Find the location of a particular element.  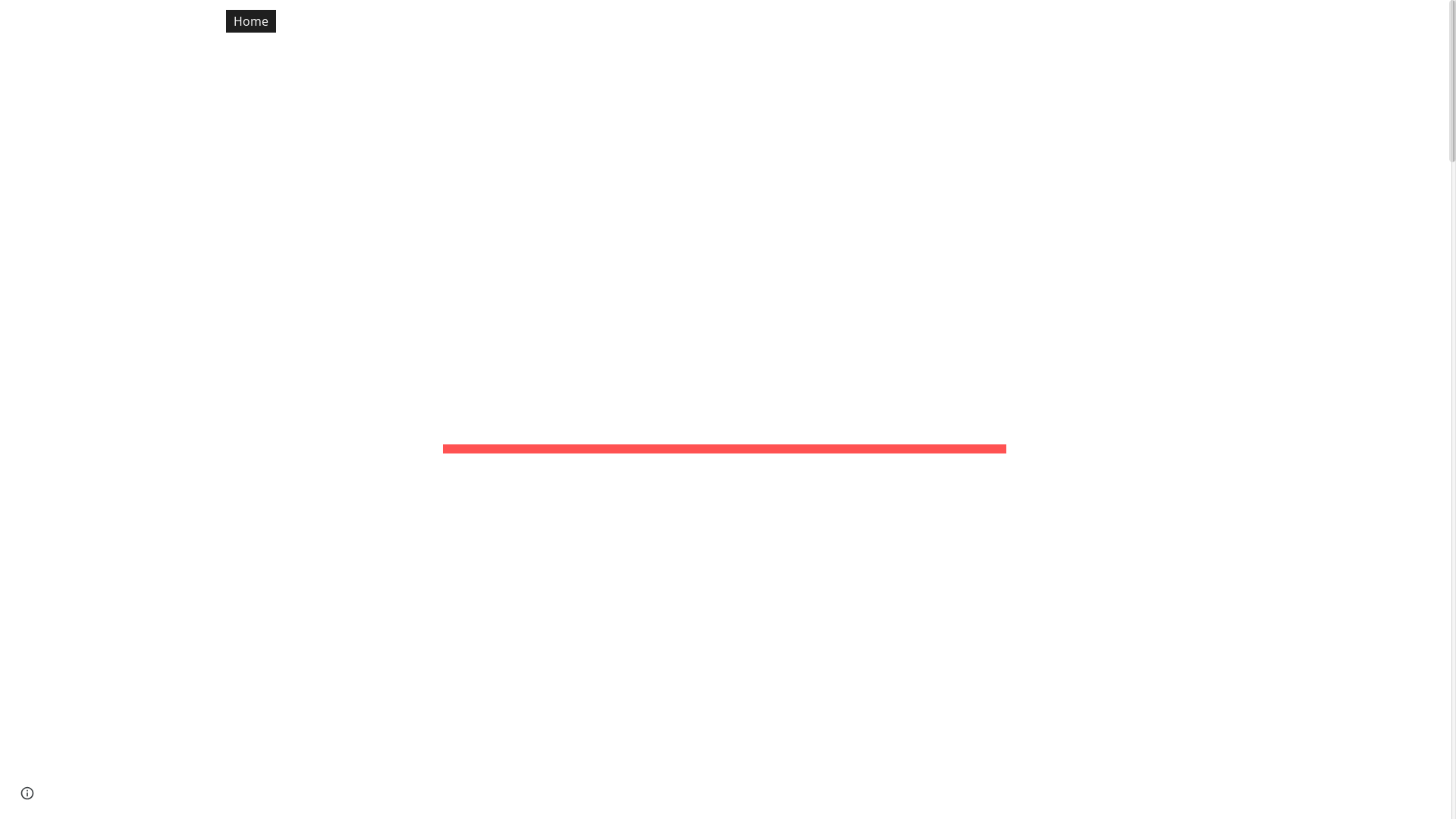

'Retirement' is located at coordinates (594, 20).